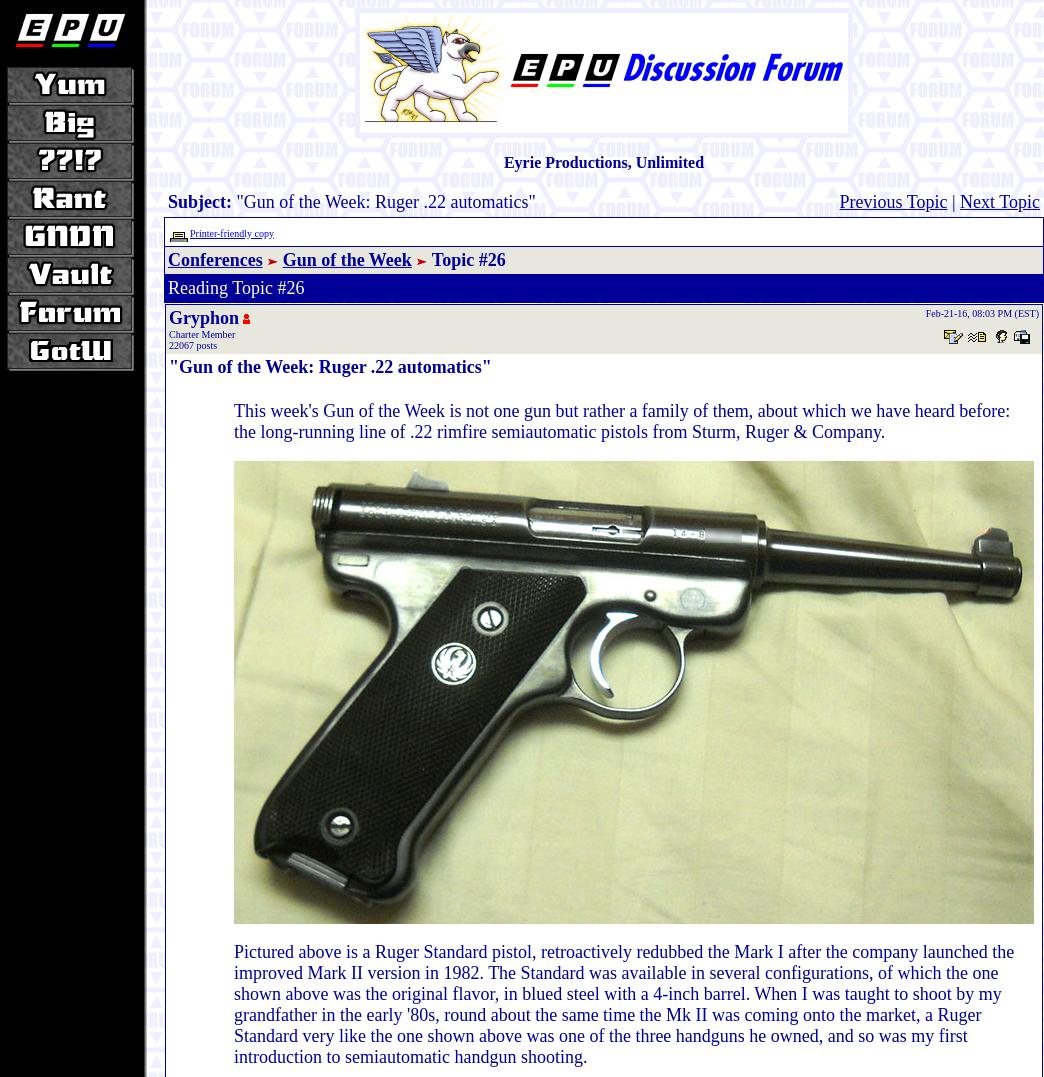 The image size is (1044, 1077). Describe the element at coordinates (233, 1003) in the screenshot. I see `'Pictured above is a Ruger Standard pistol, retroactively redubbed the Mark I after the company launched the improved Mark II version in 1982.  The Standard was available in several configurations, of which the one shown above was the original flavor, in blued steel with a 4-inch barrel.  When I was taught to shoot by my grandfather in the early '80s, round about the same time the Mk II was coming onto the market, a Ruger Standard very like the one shown above was one of the three handguns he owned, and so was my first introduction to semiautomatic handgun shooting.'` at that location.